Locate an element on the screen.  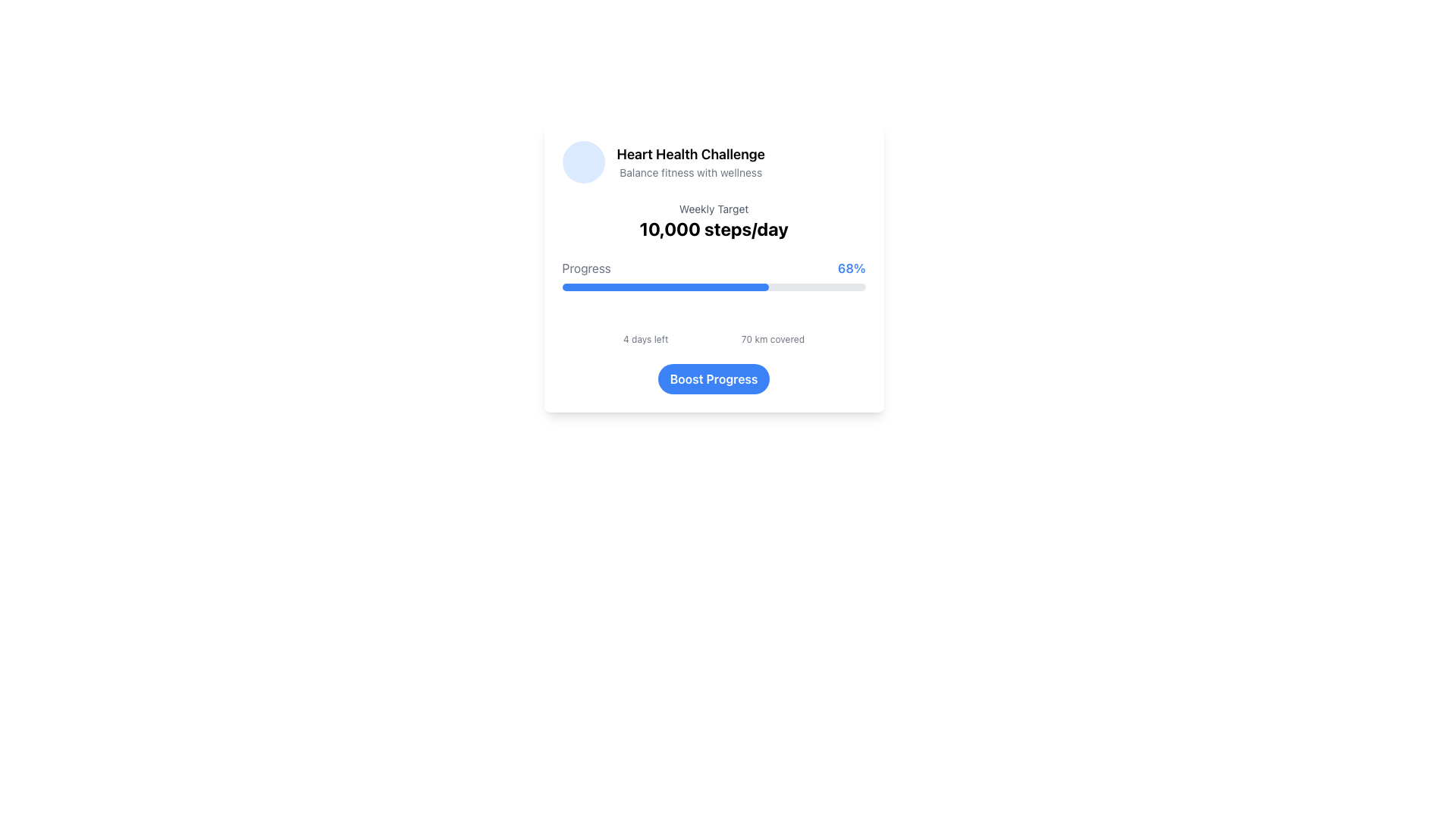
the blue progress bar element, which is a horizontally positioned rectangular bar with rounded ends, indicating task completion within a card component is located at coordinates (665, 287).